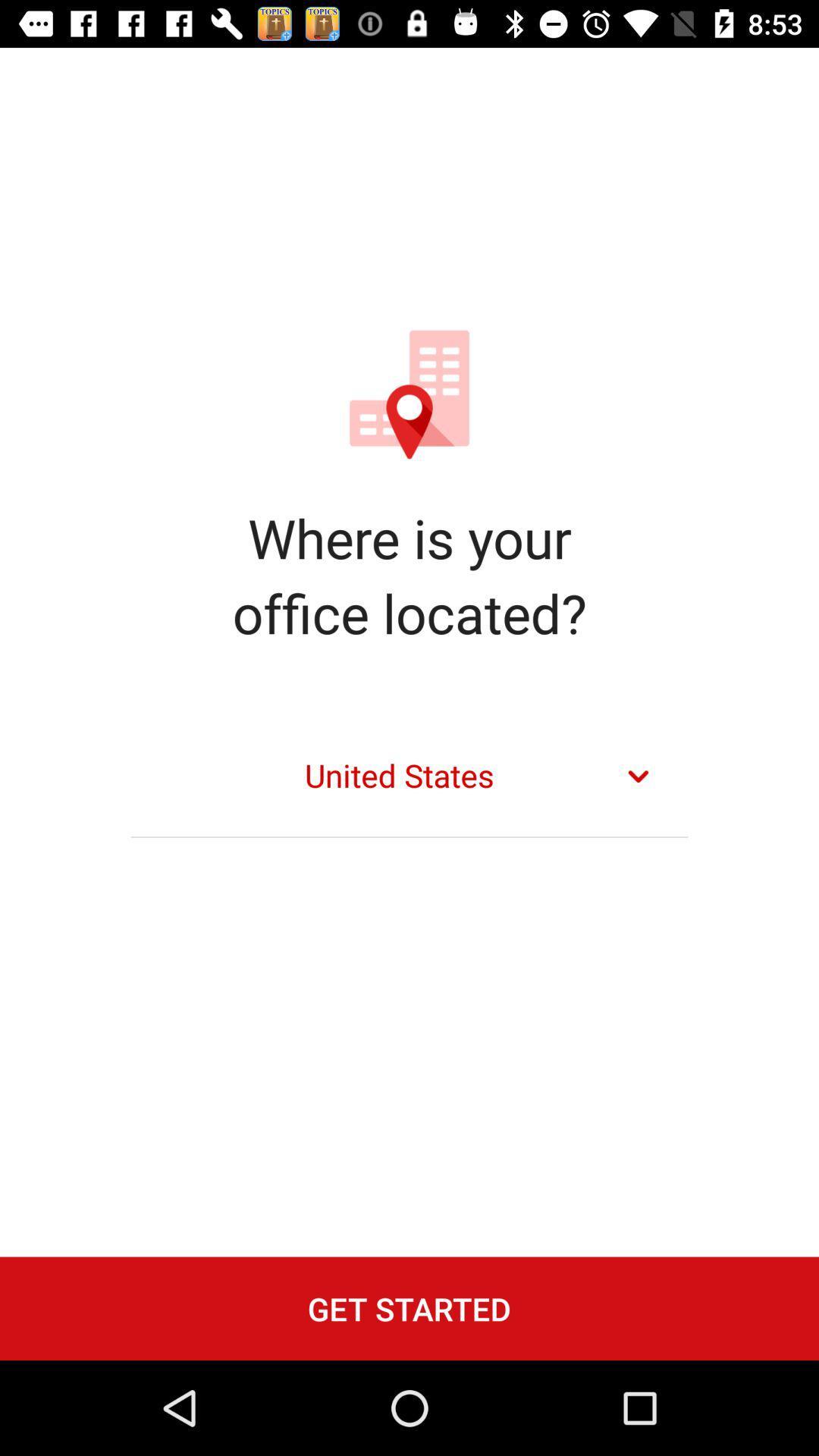  Describe the element at coordinates (409, 1307) in the screenshot. I see `the get started icon` at that location.